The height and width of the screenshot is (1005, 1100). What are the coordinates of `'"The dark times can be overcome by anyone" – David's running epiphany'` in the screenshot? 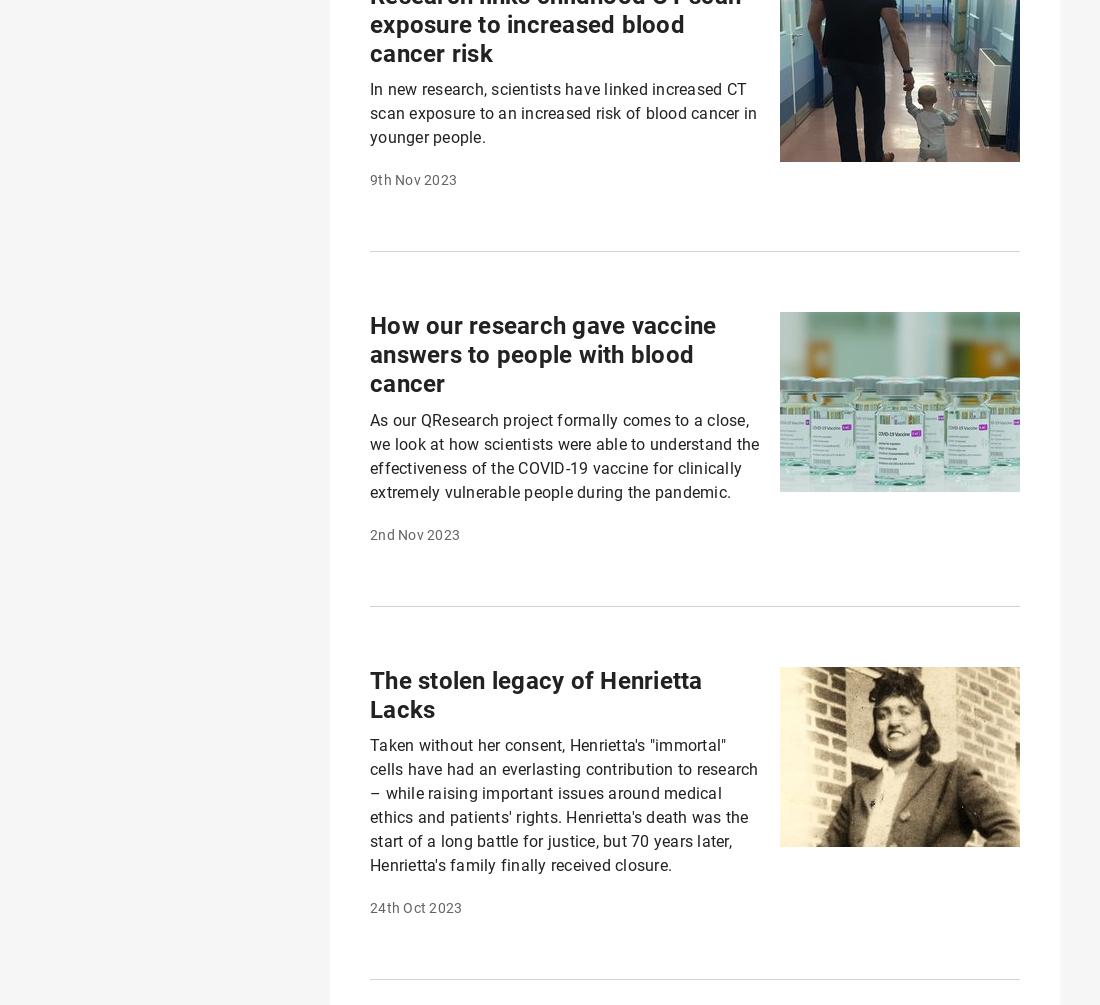 It's located at (671, 220).